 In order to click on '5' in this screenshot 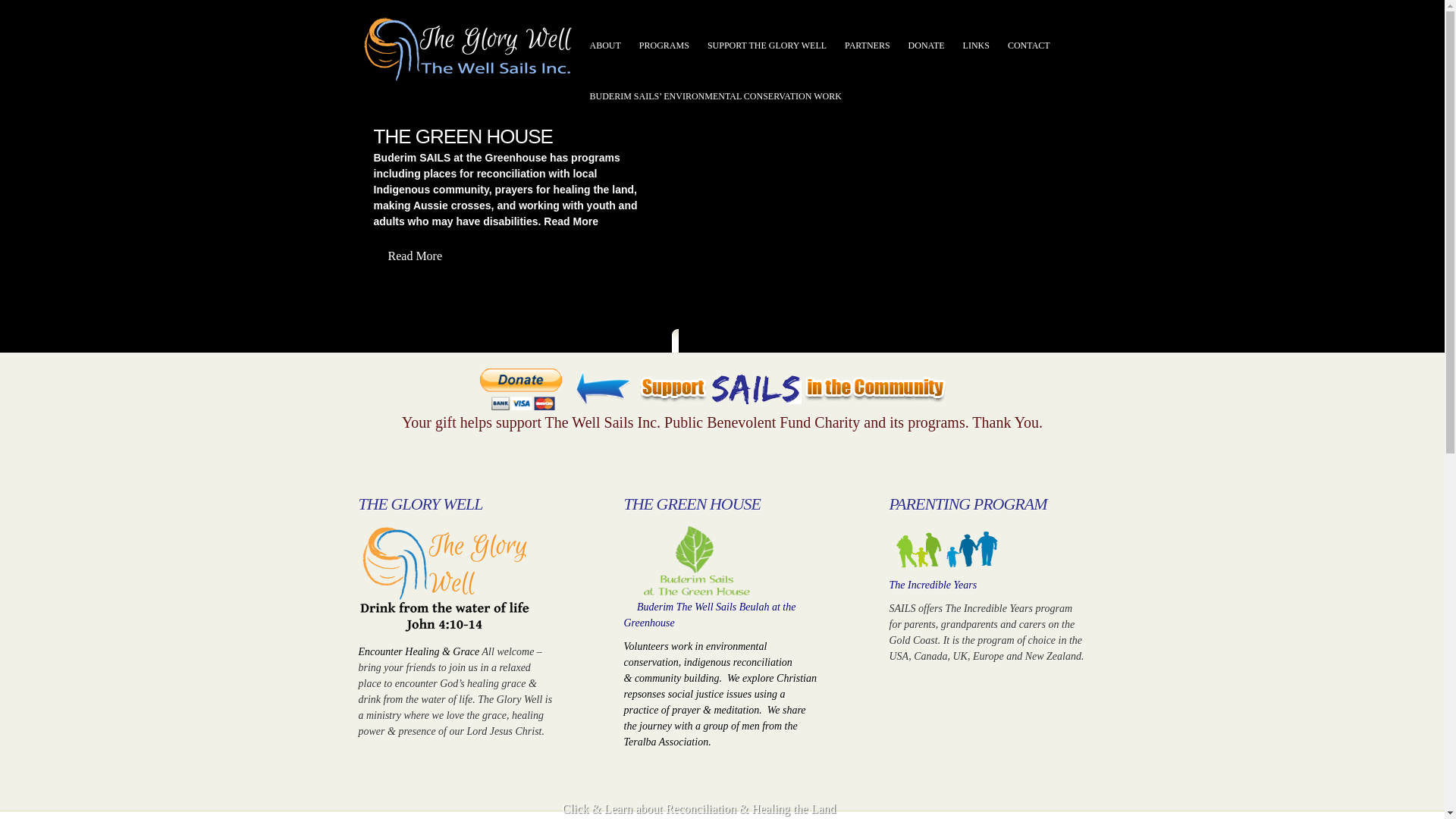, I will do `click(745, 343)`.